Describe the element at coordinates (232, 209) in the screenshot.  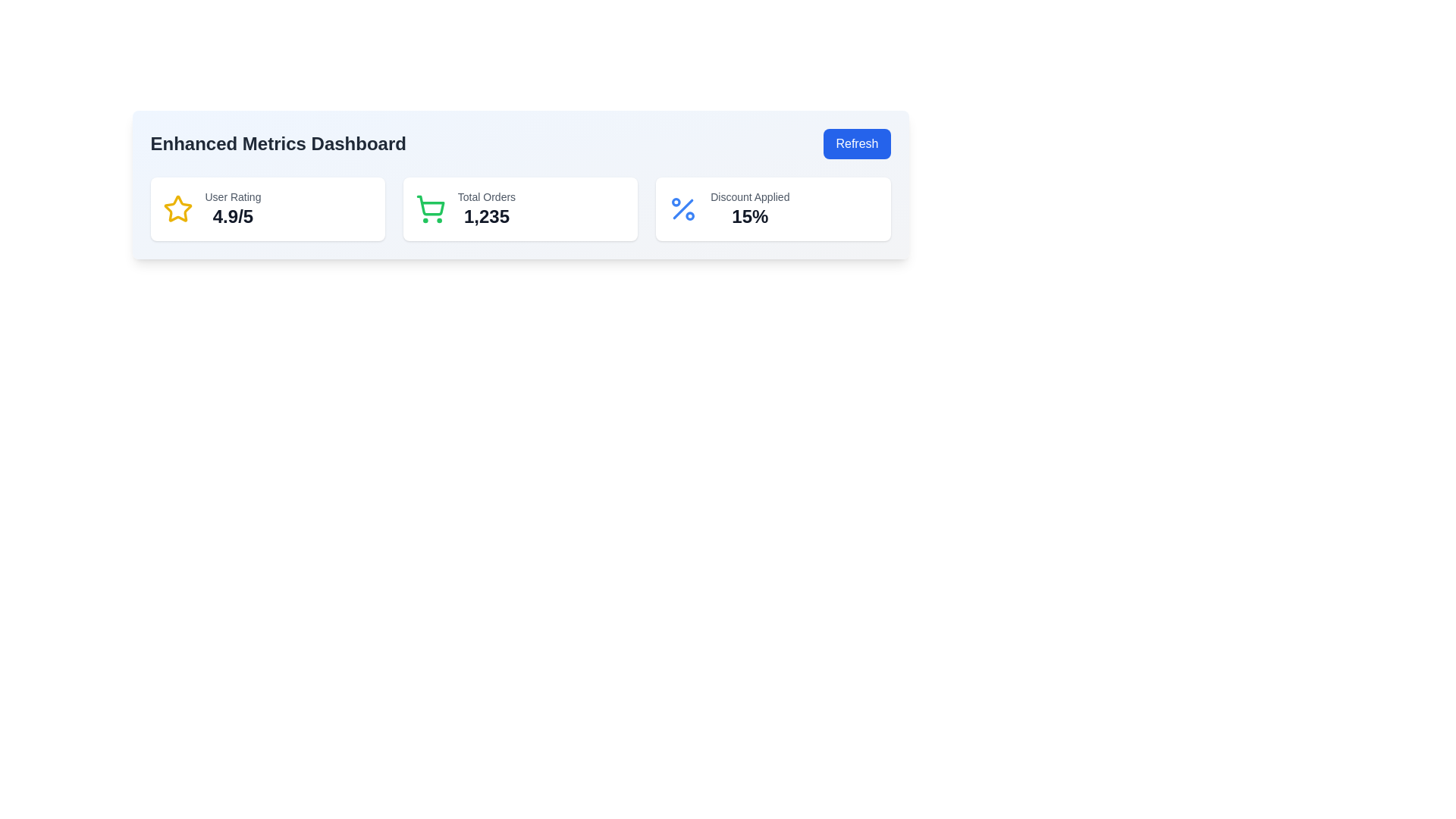
I see `the User Rating textual information block, which displays 'User Rating' in small gray text above '4.9/5' in bold, large black text` at that location.